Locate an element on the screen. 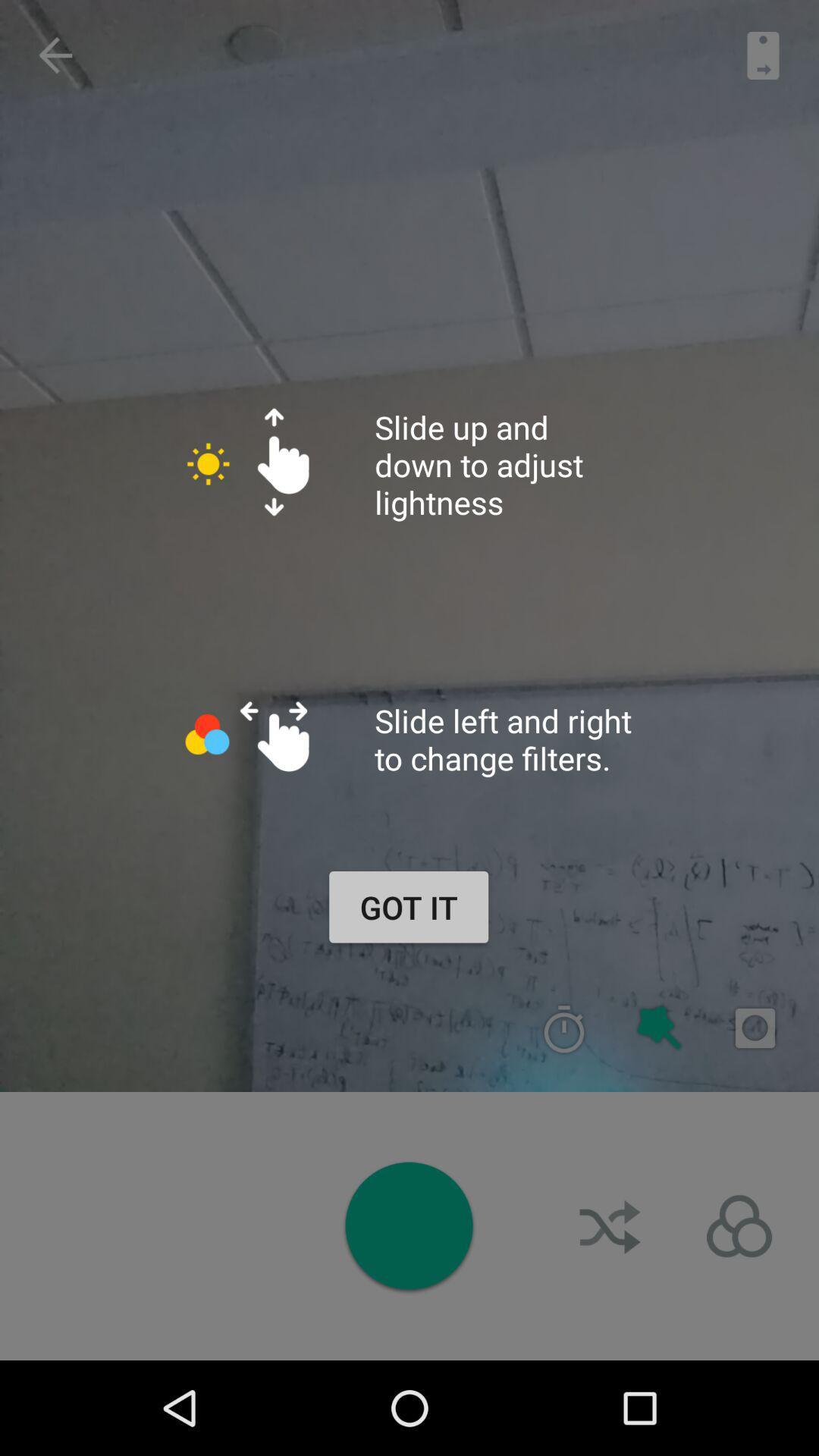 Image resolution: width=819 pixels, height=1456 pixels. the time icon is located at coordinates (564, 1028).